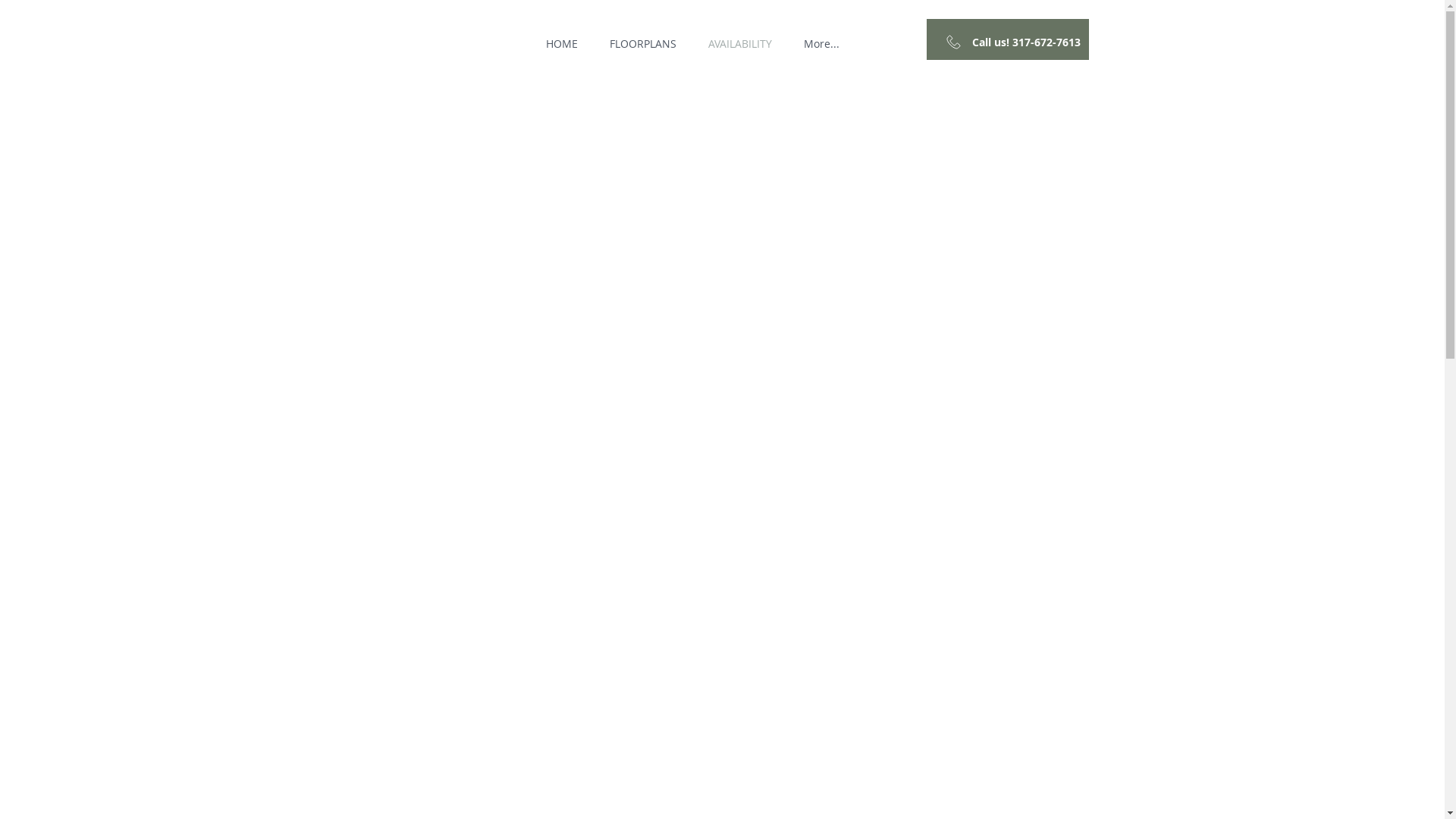  I want to click on 'AVAILABILITY', so click(739, 42).